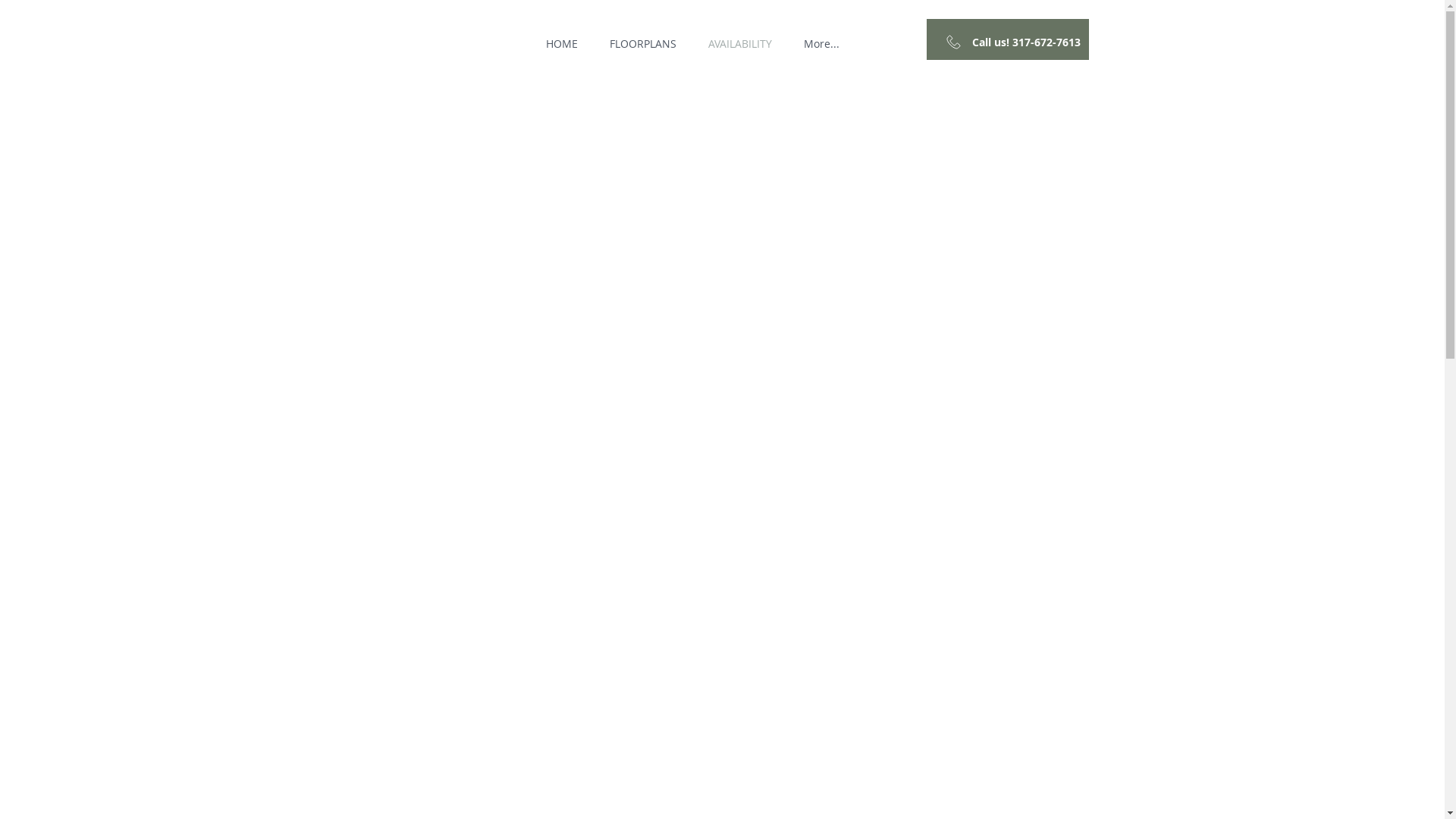  I want to click on 'AVAILABILITY', so click(739, 42).